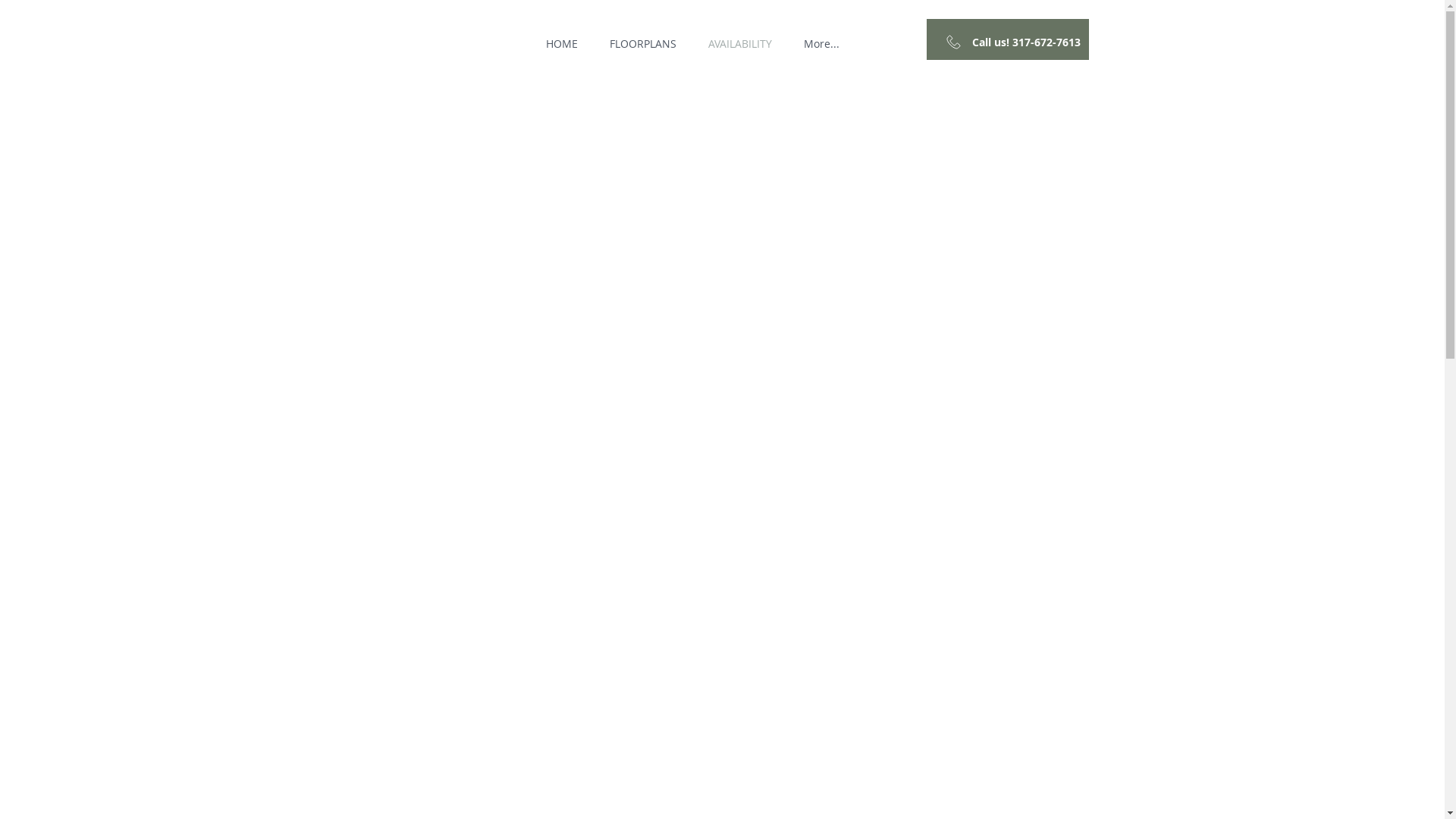  I want to click on 'AVAILABILITY', so click(739, 42).